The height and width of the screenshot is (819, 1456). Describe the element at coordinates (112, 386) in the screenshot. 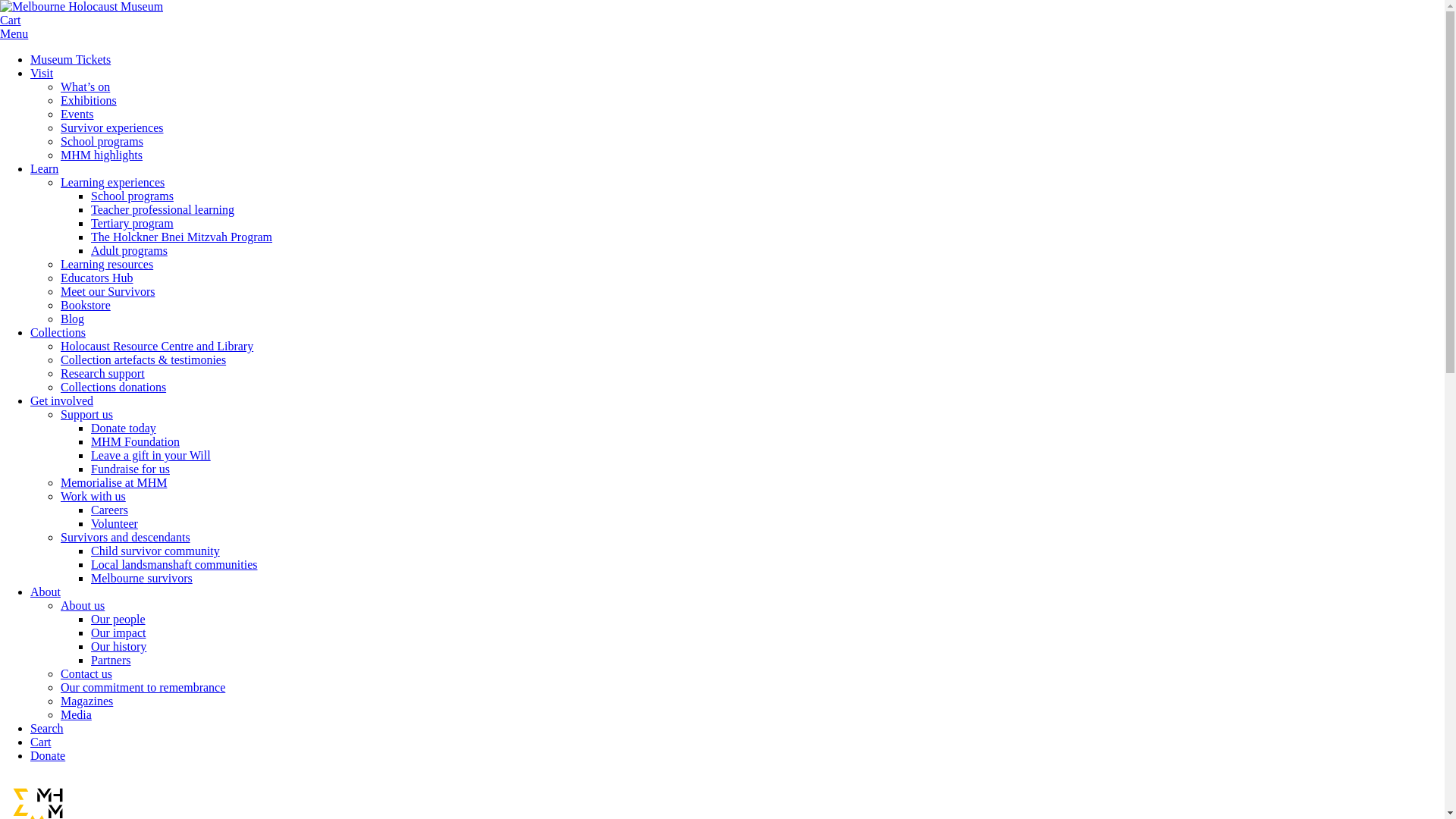

I see `'Collections donations'` at that location.